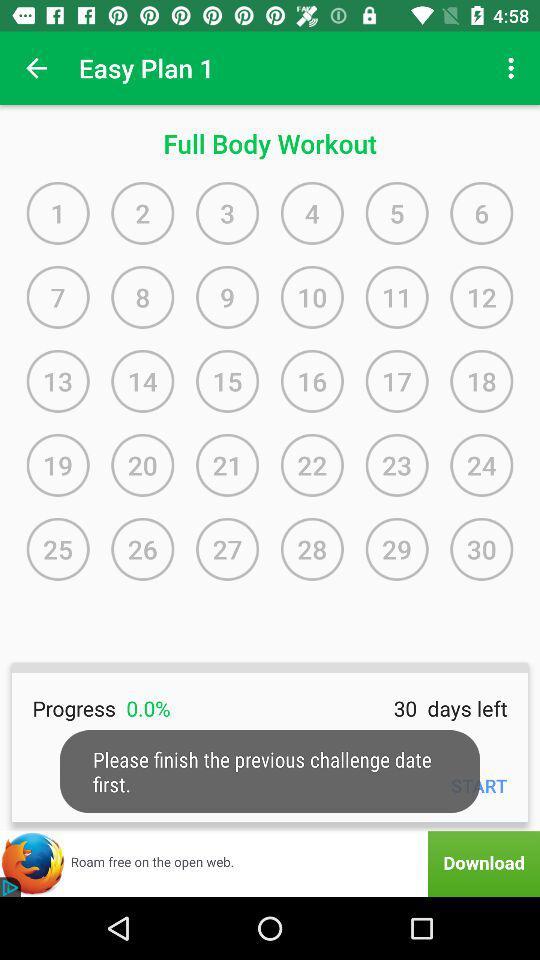 This screenshot has width=540, height=960. Describe the element at coordinates (270, 863) in the screenshot. I see `download this extension` at that location.